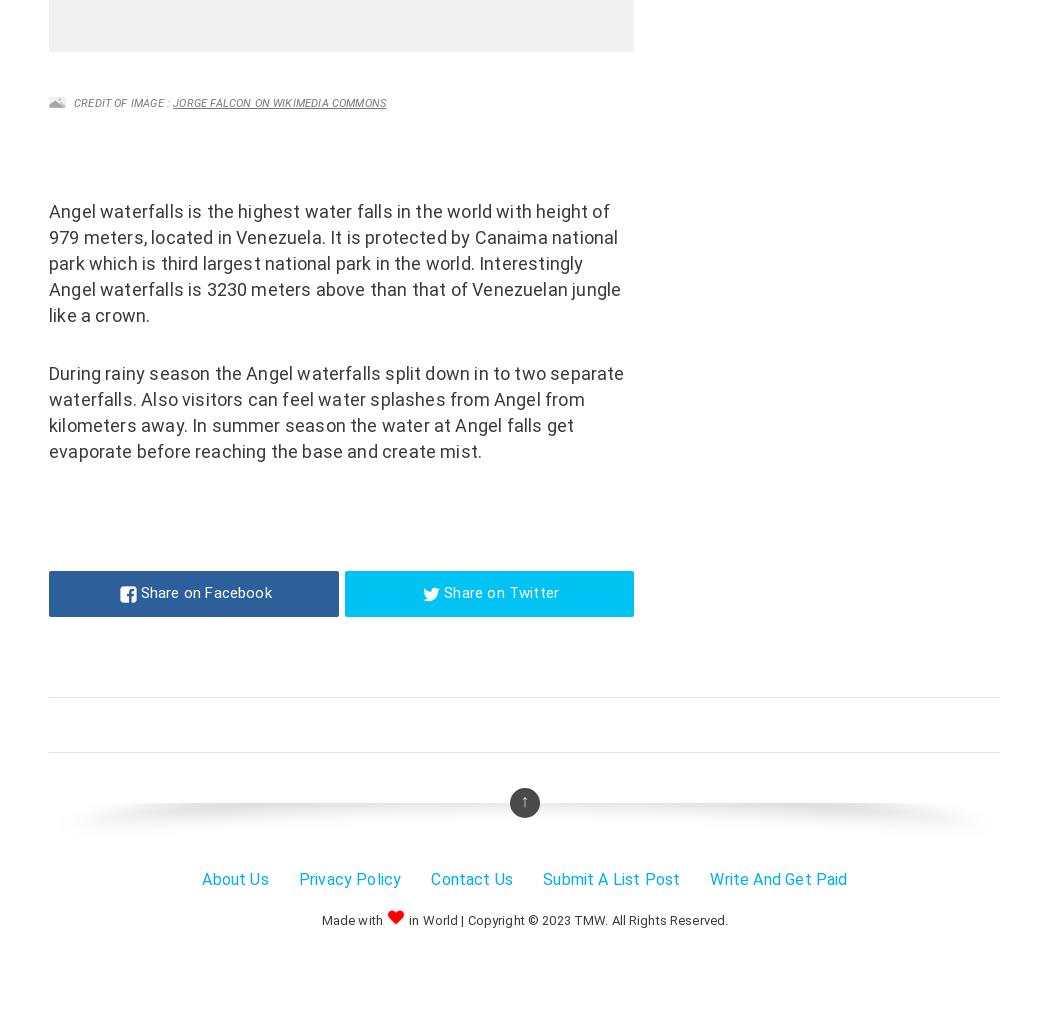 The width and height of the screenshot is (1050, 1017). I want to click on 'Write And Get Paid', so click(710, 878).